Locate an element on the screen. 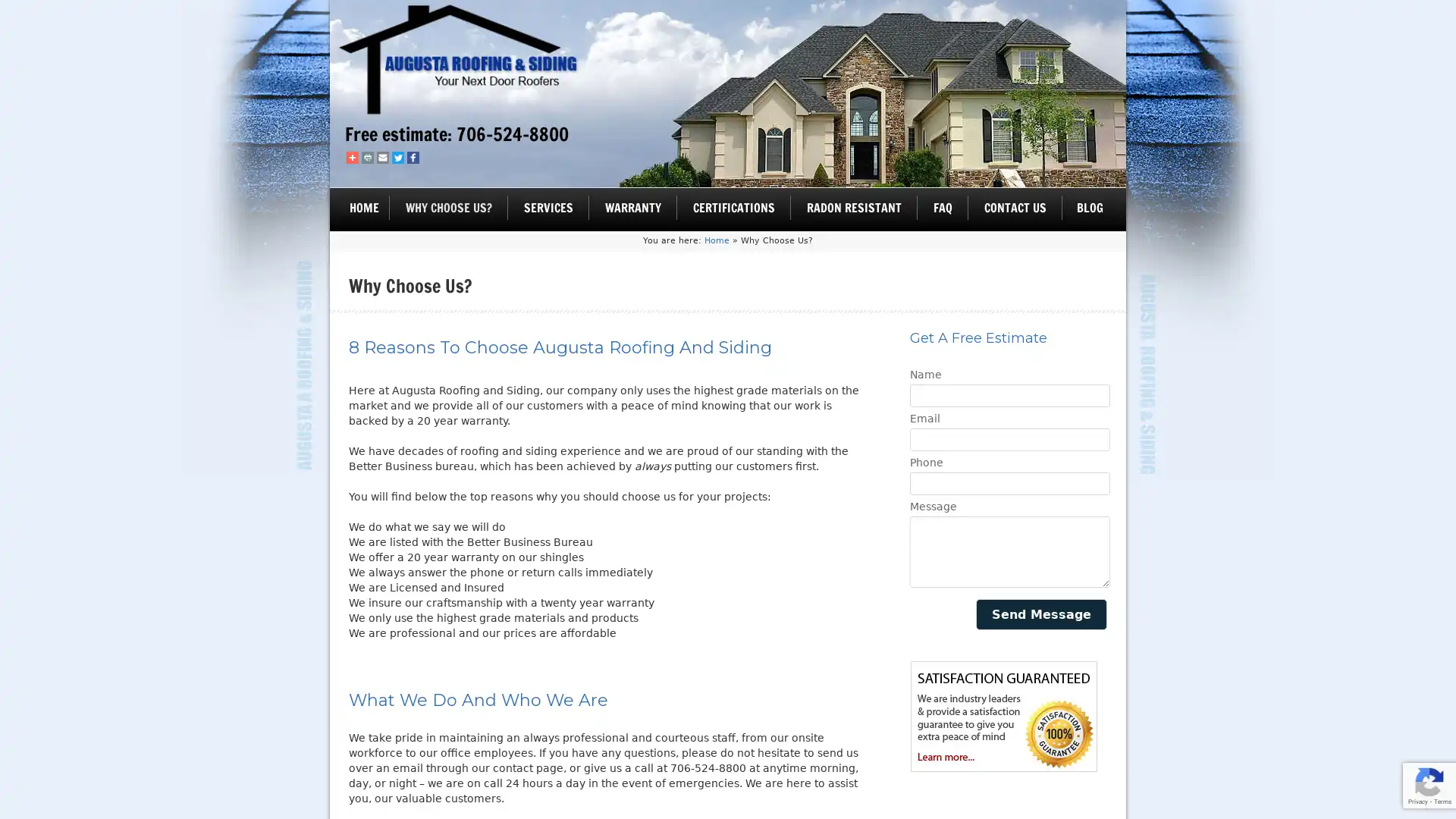 The image size is (1456, 819). Send Message is located at coordinates (1040, 614).